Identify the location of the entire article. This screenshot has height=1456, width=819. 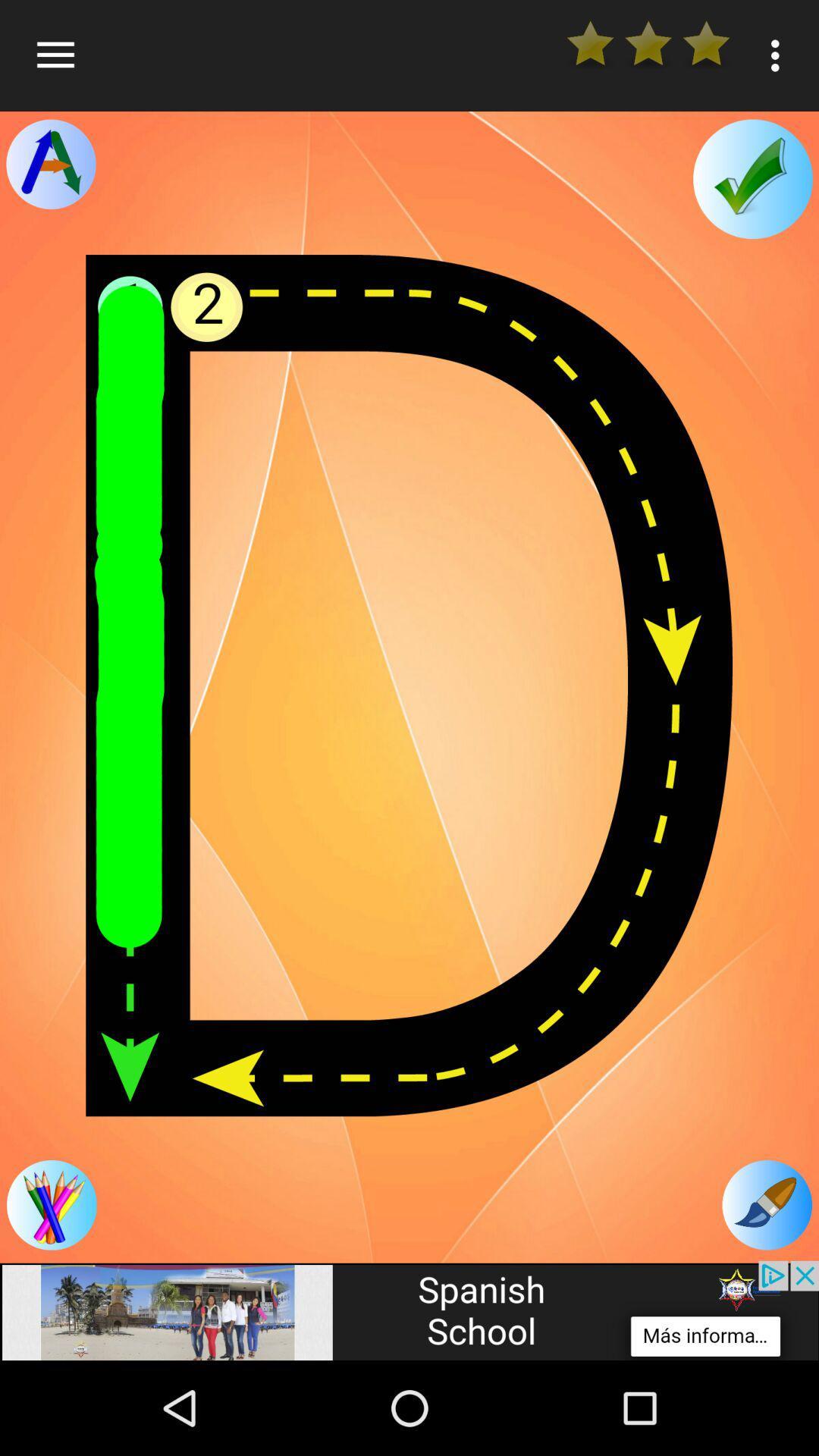
(409, 685).